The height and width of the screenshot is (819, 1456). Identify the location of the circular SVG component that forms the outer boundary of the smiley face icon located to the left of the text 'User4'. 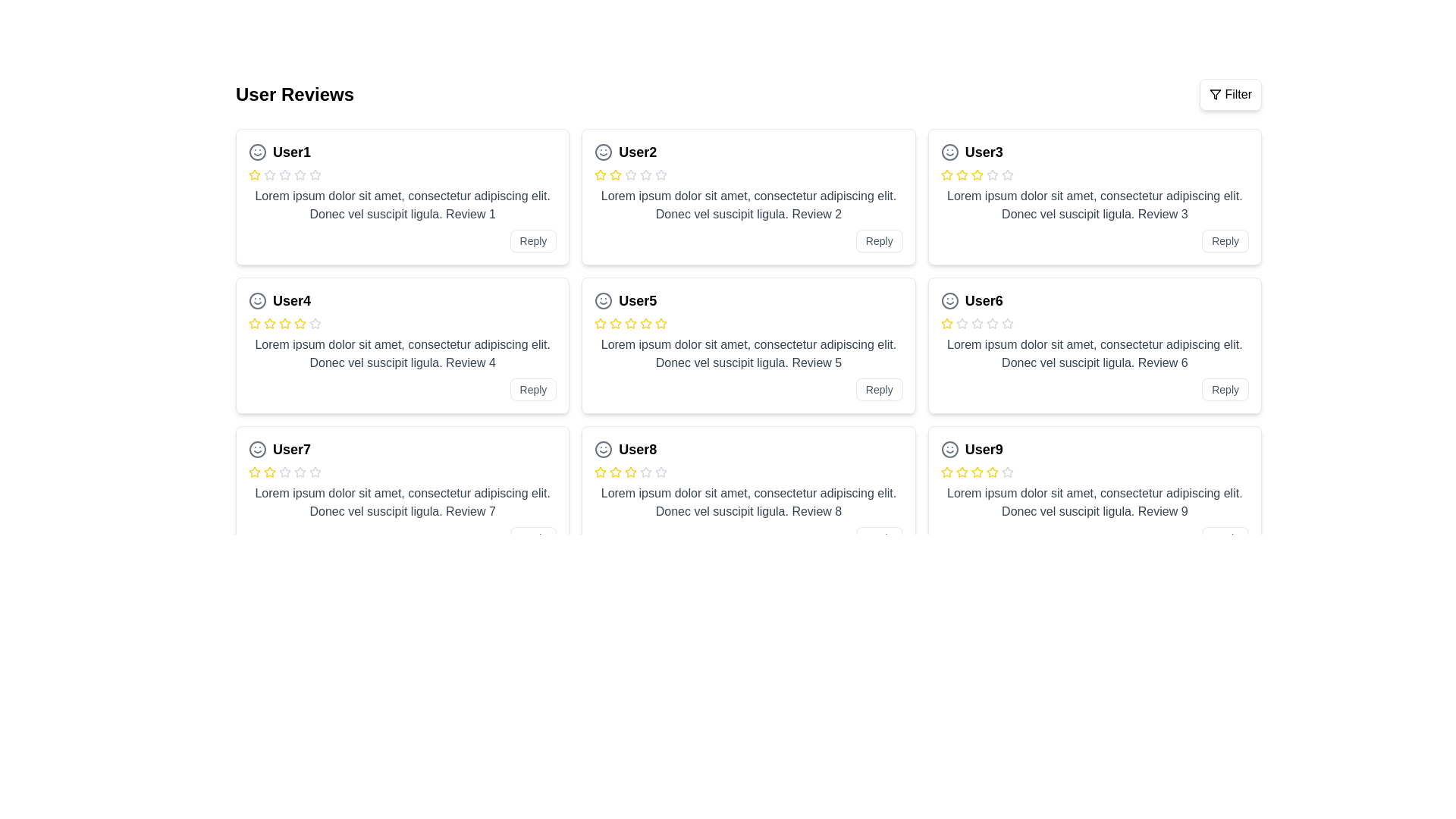
(258, 301).